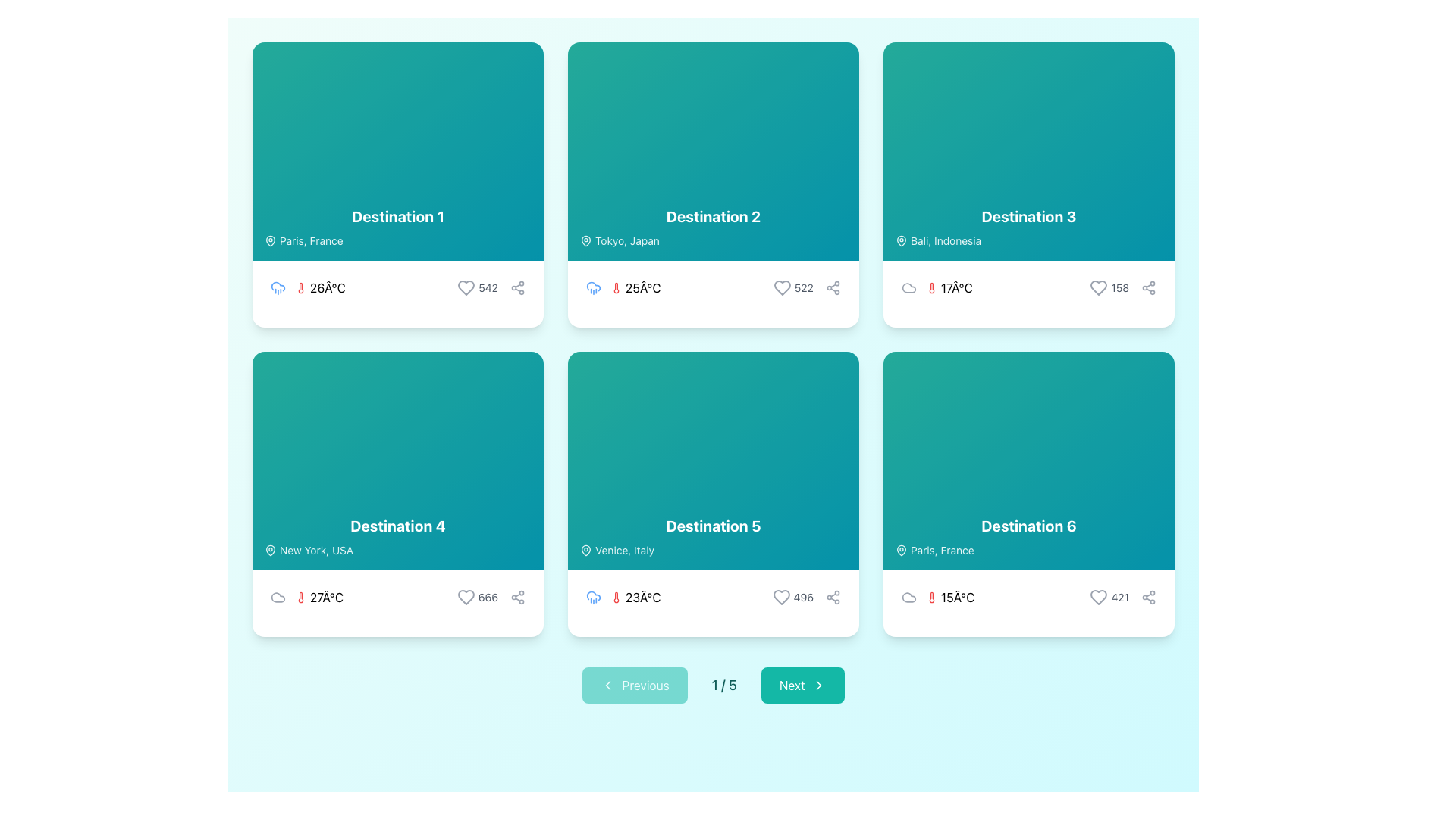  I want to click on the temperature icon on the card labeled 'Destination 5: Venice, Italy', located in the second row and second column of the layout, so click(616, 596).